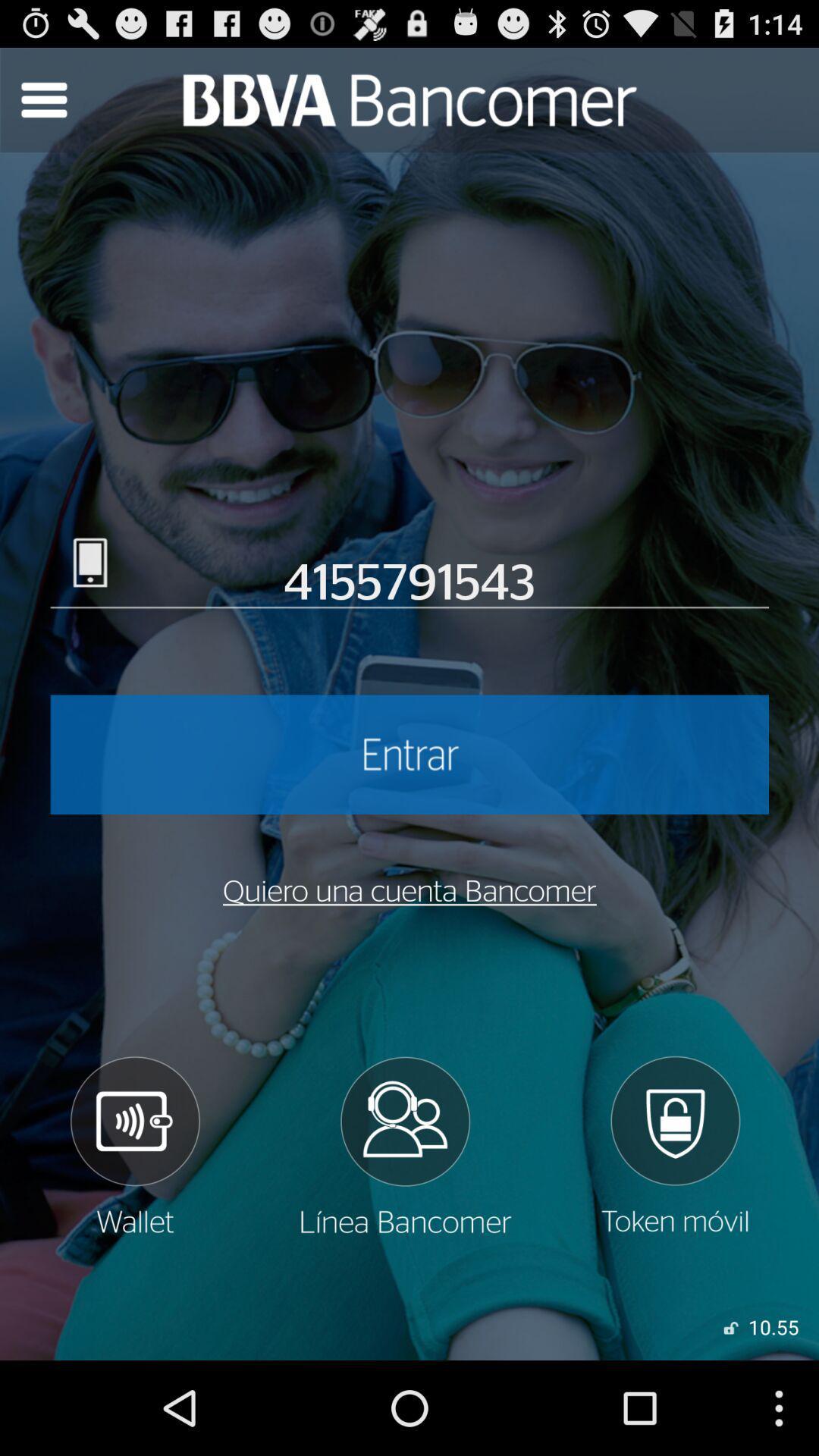  What do you see at coordinates (403, 1146) in the screenshot?
I see `open linea bancomer` at bounding box center [403, 1146].